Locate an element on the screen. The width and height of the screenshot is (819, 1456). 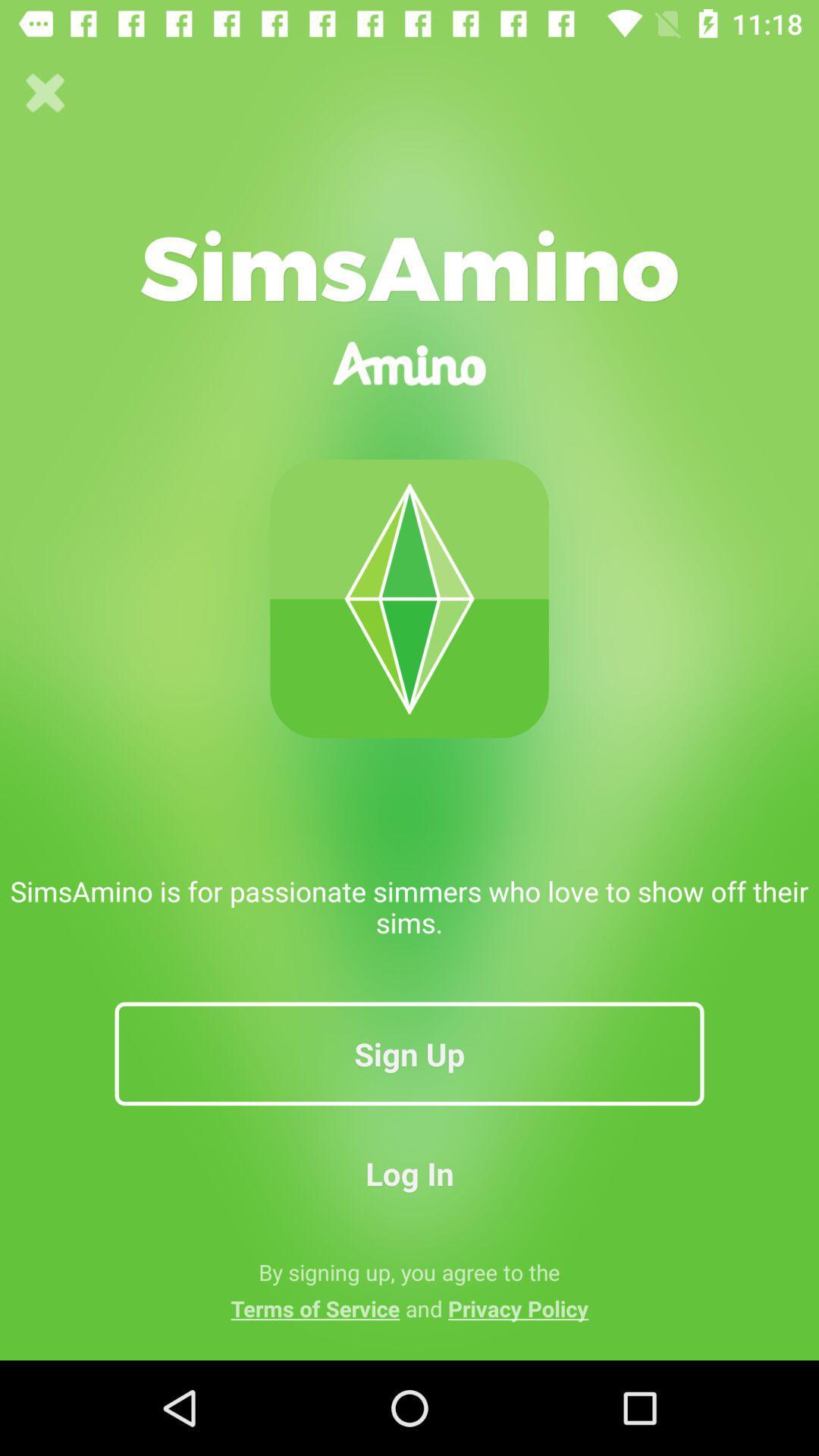
app is located at coordinates (45, 93).